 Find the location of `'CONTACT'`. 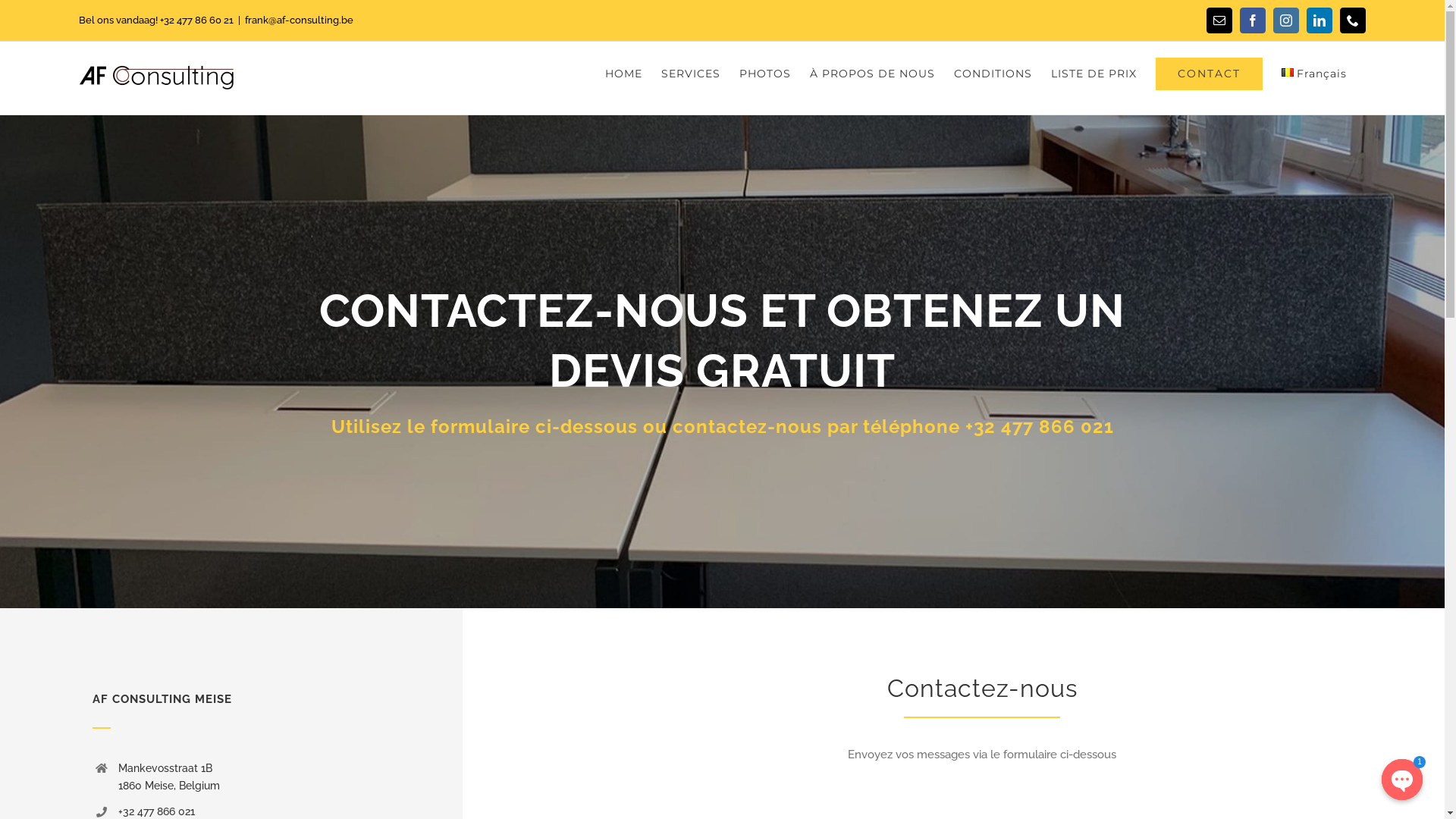

'CONTACT' is located at coordinates (1208, 73).